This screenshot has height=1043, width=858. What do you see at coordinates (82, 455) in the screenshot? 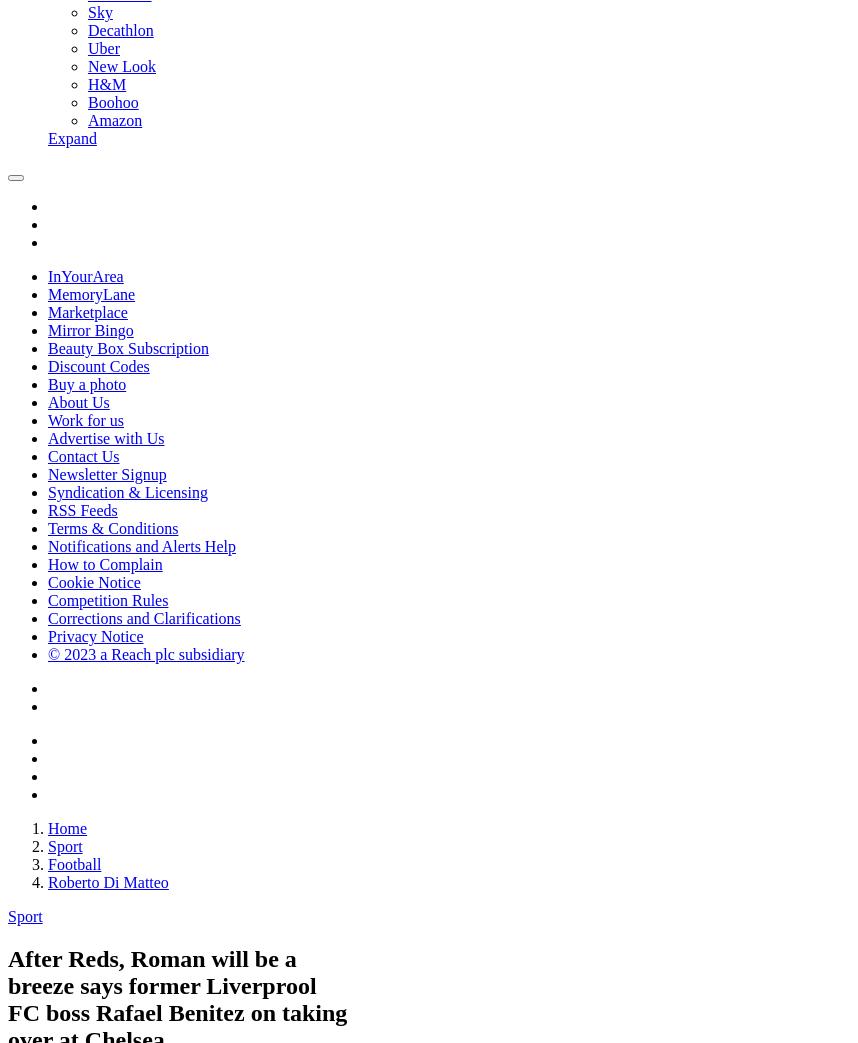
I see `'Contact Us'` at bounding box center [82, 455].